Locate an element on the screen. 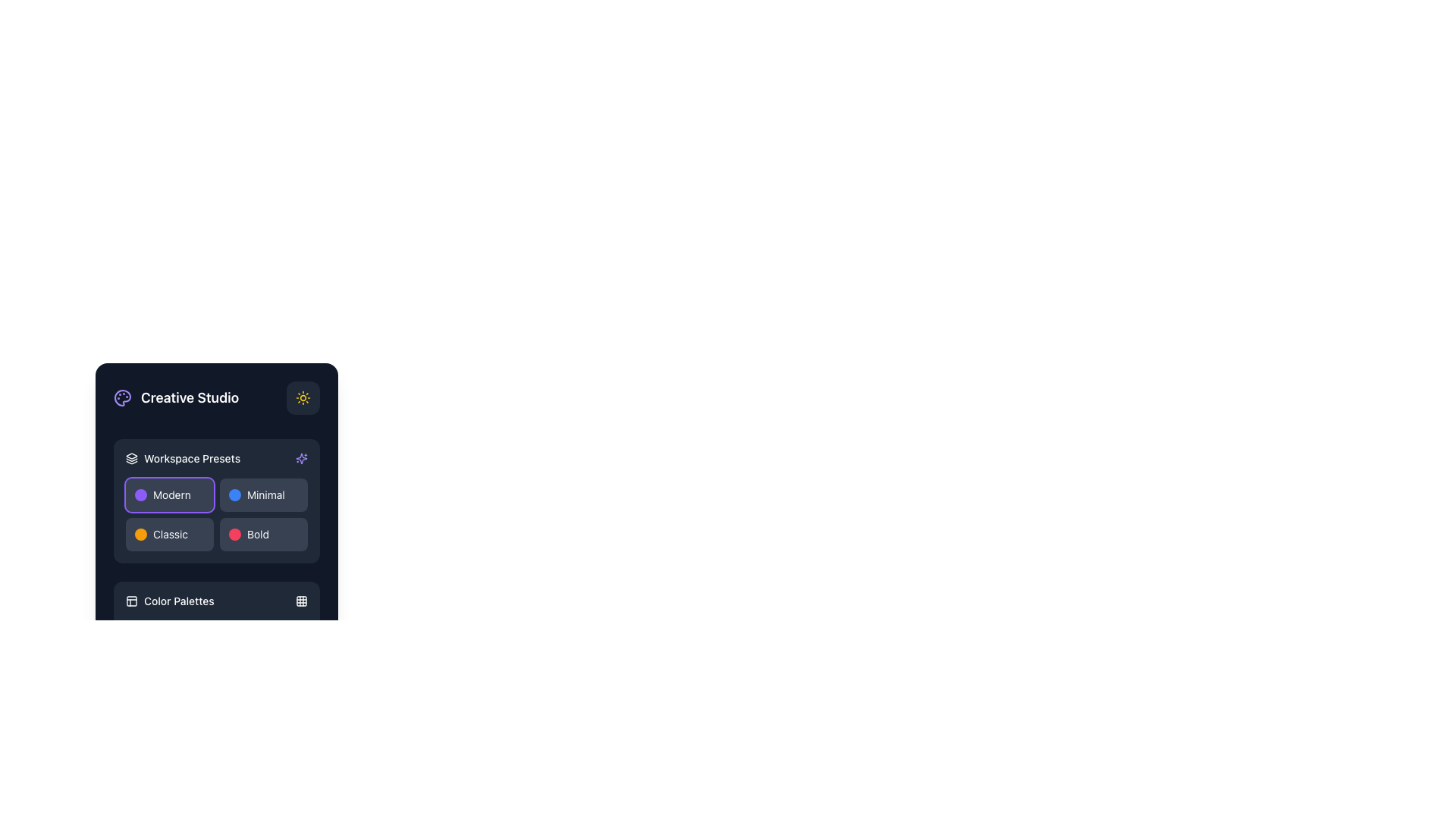 Image resolution: width=1456 pixels, height=819 pixels. the amber-colored circle next to the 'Classic' text within the button in the 'Workspace Presets' section is located at coordinates (141, 534).